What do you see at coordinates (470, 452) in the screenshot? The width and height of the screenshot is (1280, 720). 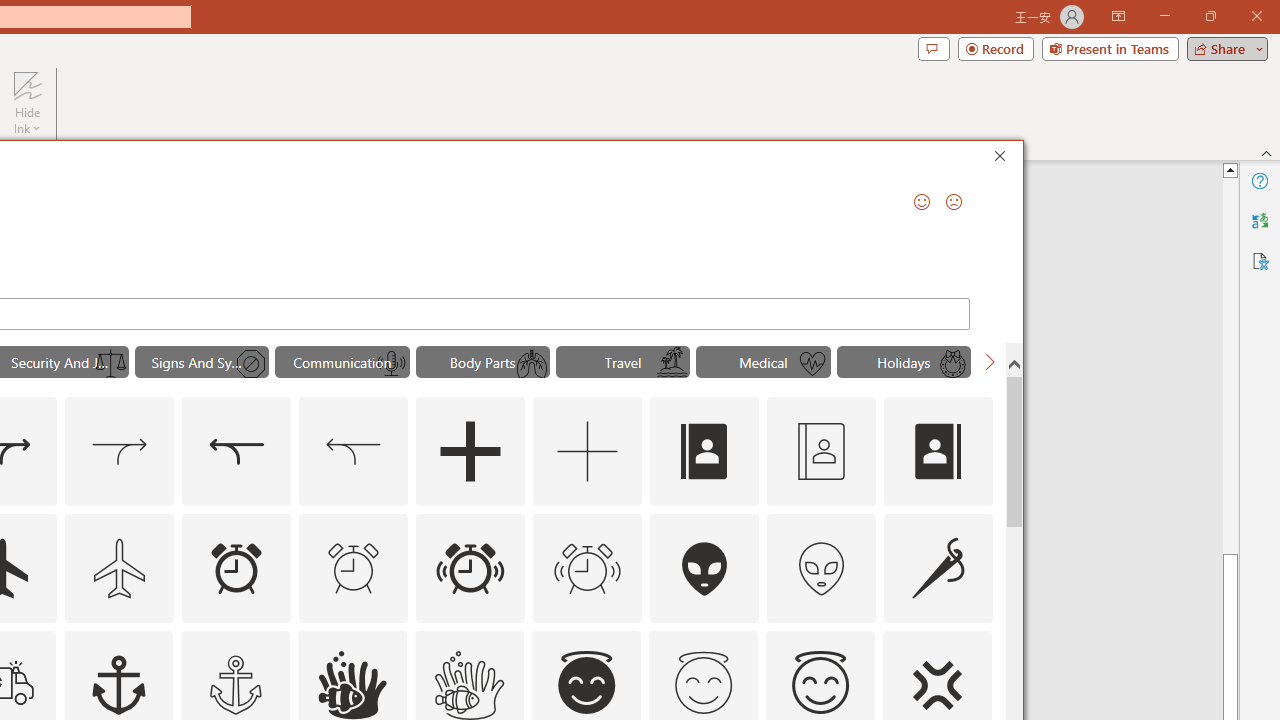 I see `'AutomationID: Icons_Add'` at bounding box center [470, 452].